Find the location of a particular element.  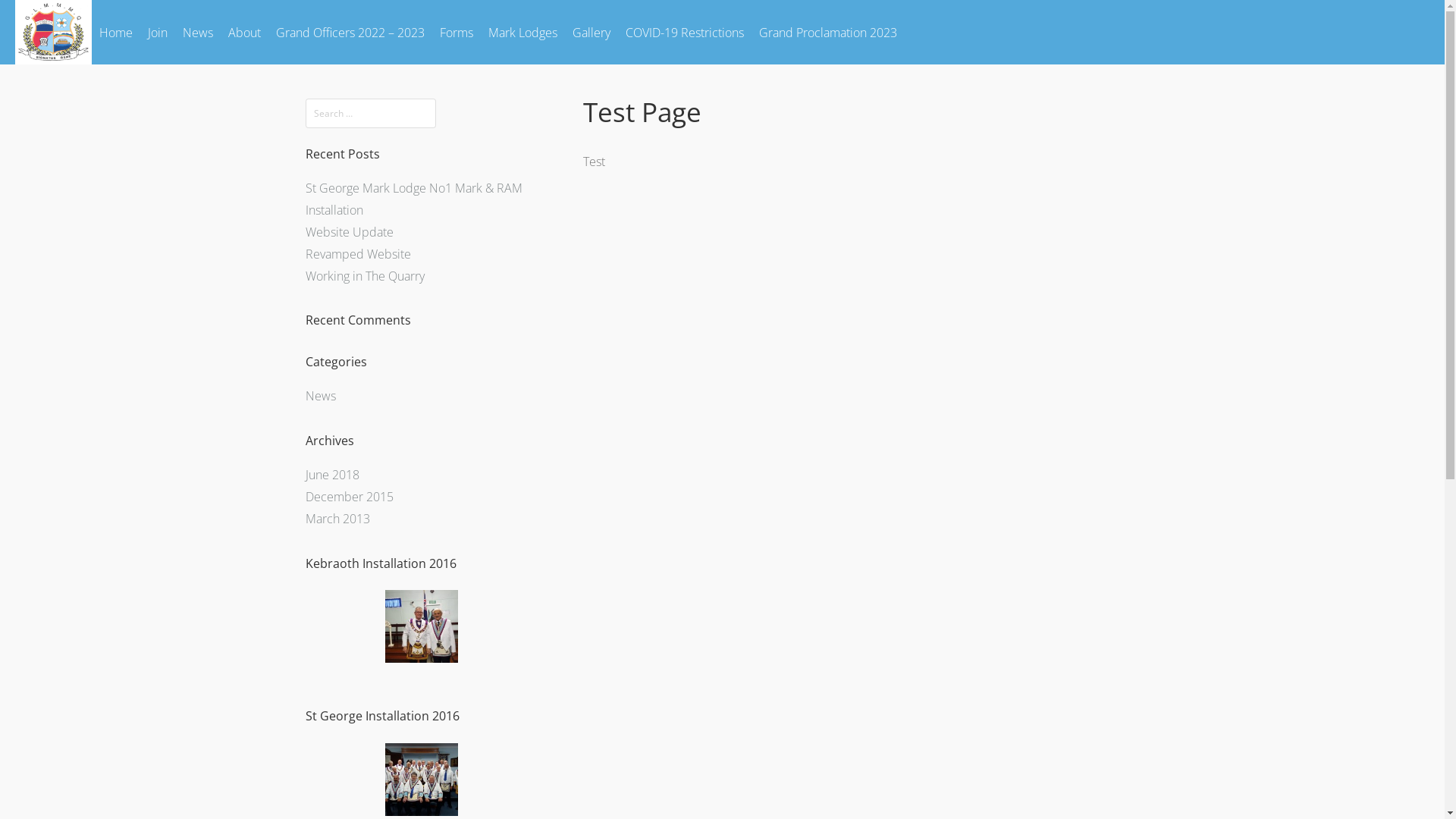

'Working in The Quarry' is located at coordinates (304, 275).